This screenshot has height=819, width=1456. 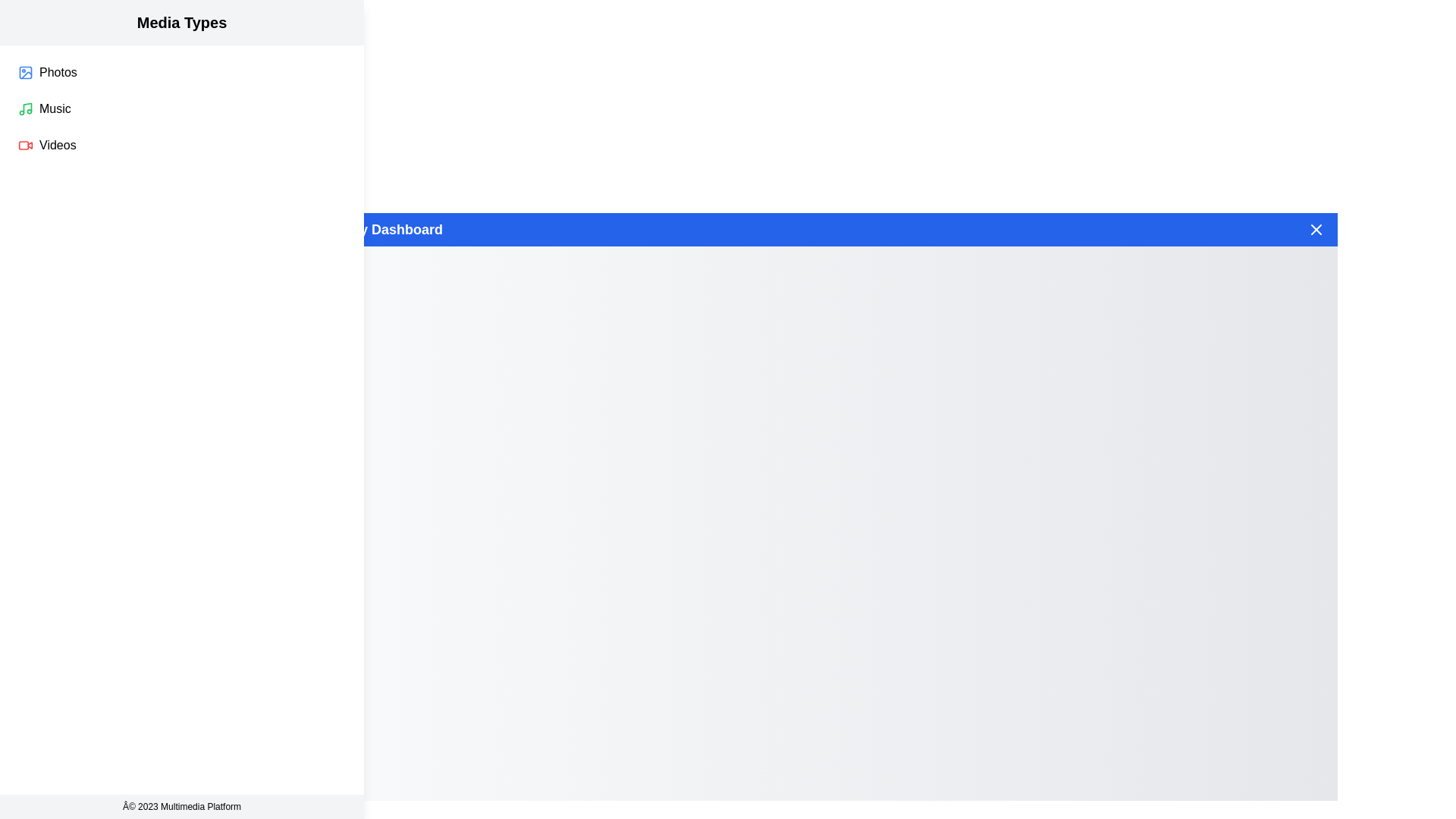 What do you see at coordinates (182, 146) in the screenshot?
I see `the 'Videos' button, which is the third item` at bounding box center [182, 146].